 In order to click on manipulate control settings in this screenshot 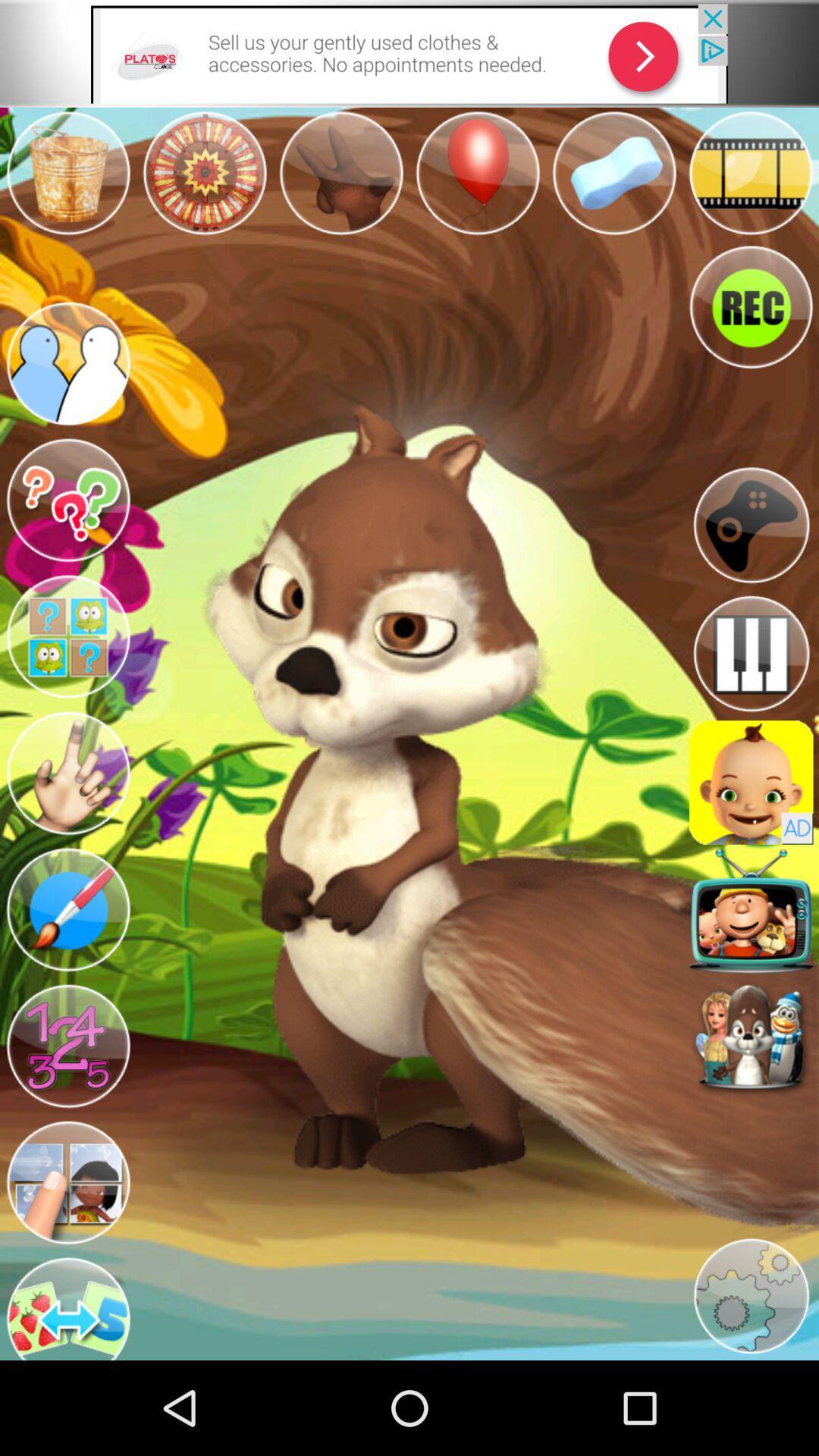, I will do `click(751, 525)`.